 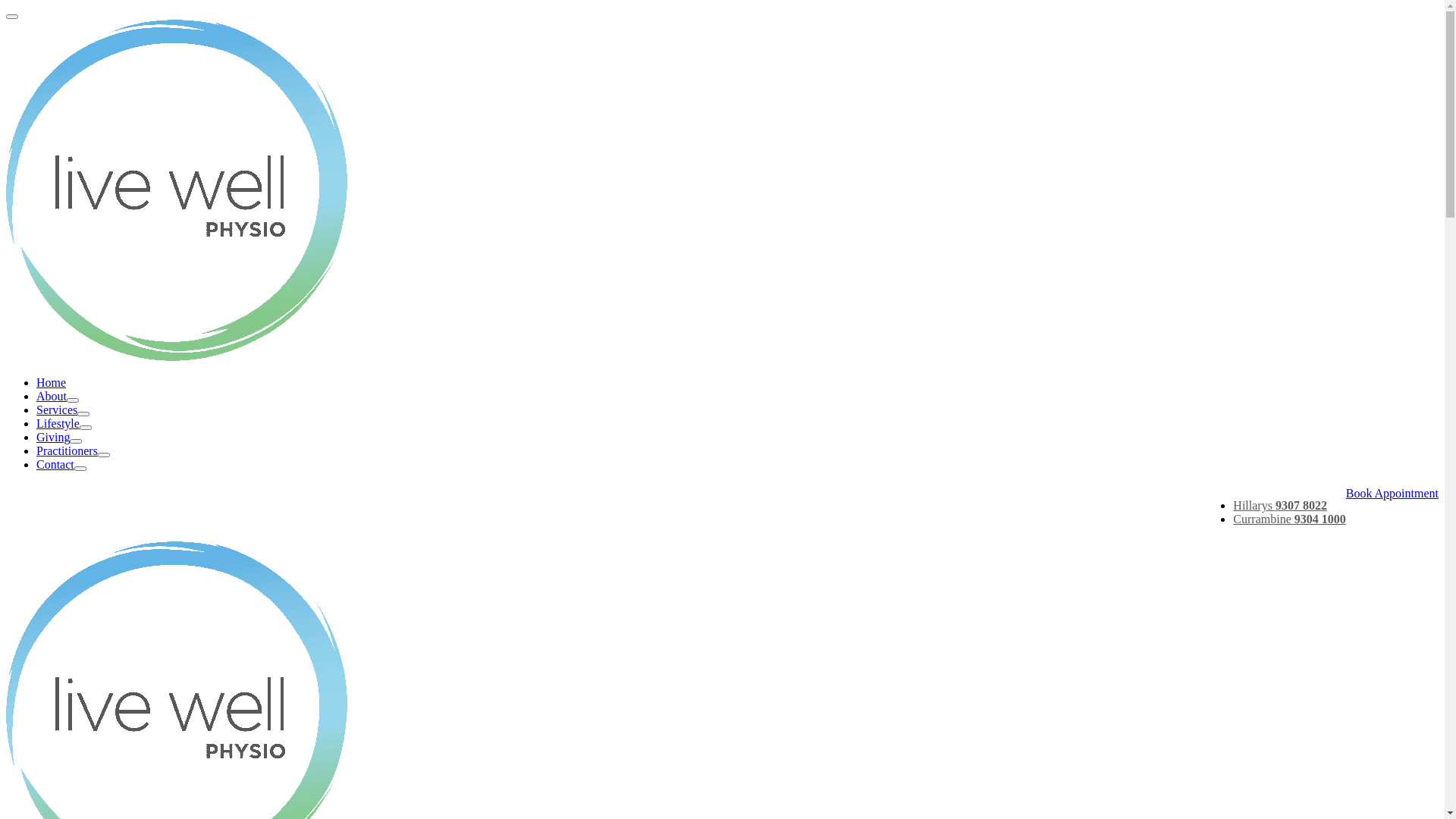 What do you see at coordinates (61, 409) in the screenshot?
I see `'Services'` at bounding box center [61, 409].